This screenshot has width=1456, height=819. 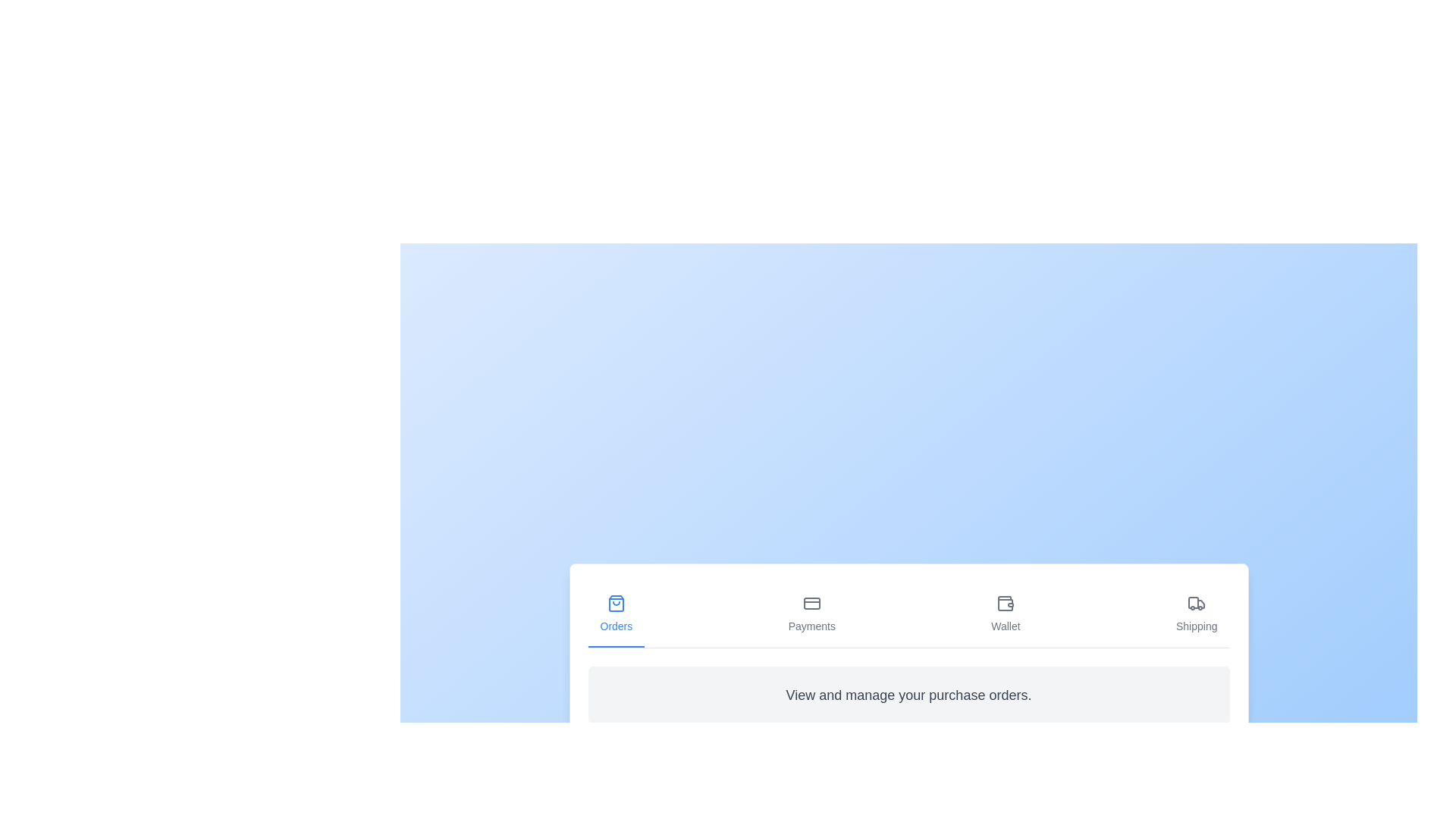 I want to click on the 'Wallet' icon element in the SVG graphic, so click(x=1006, y=601).